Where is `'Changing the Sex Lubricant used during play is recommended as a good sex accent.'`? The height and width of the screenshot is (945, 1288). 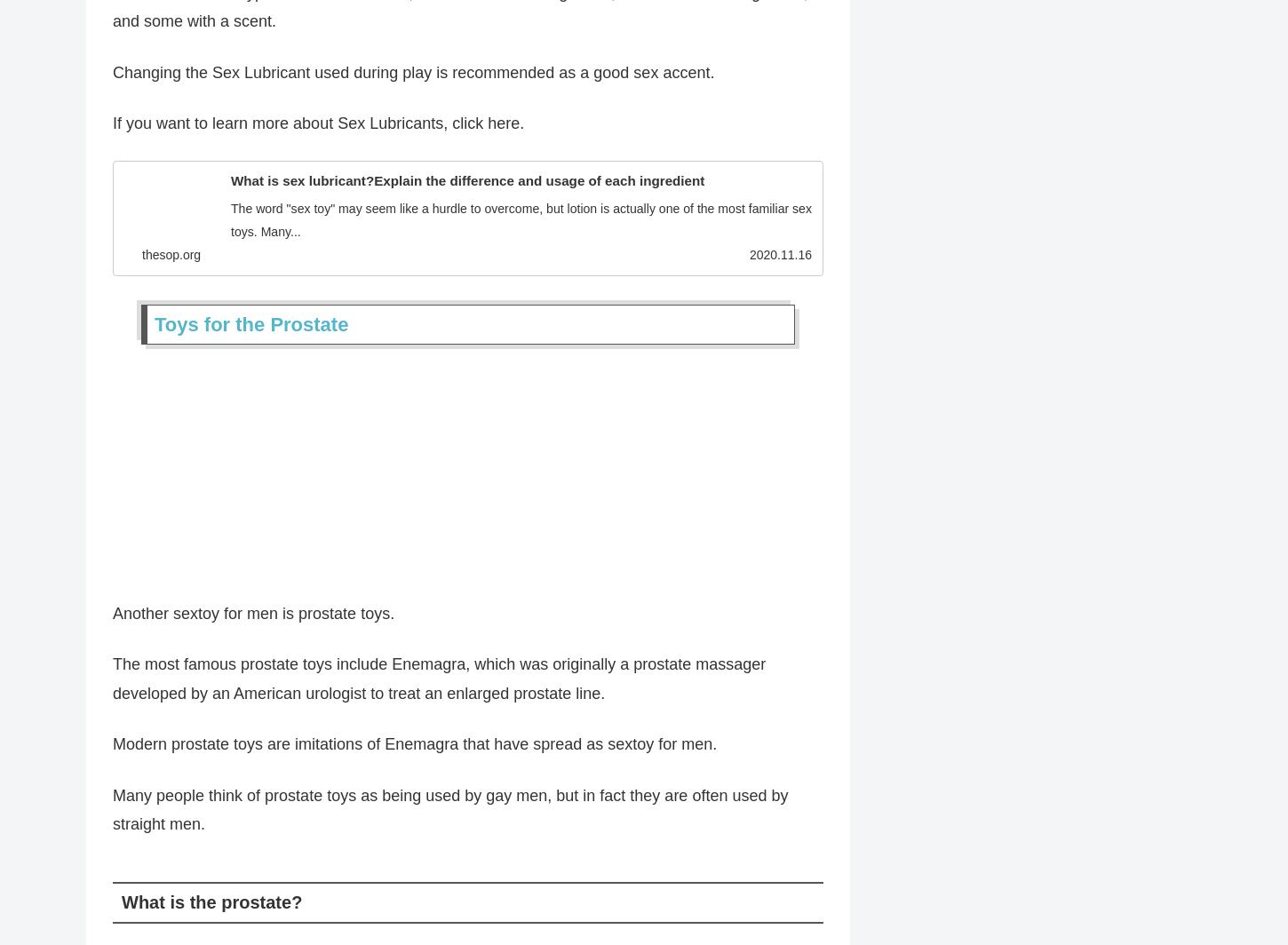 'Changing the Sex Lubricant used during play is recommended as a good sex accent.' is located at coordinates (412, 77).